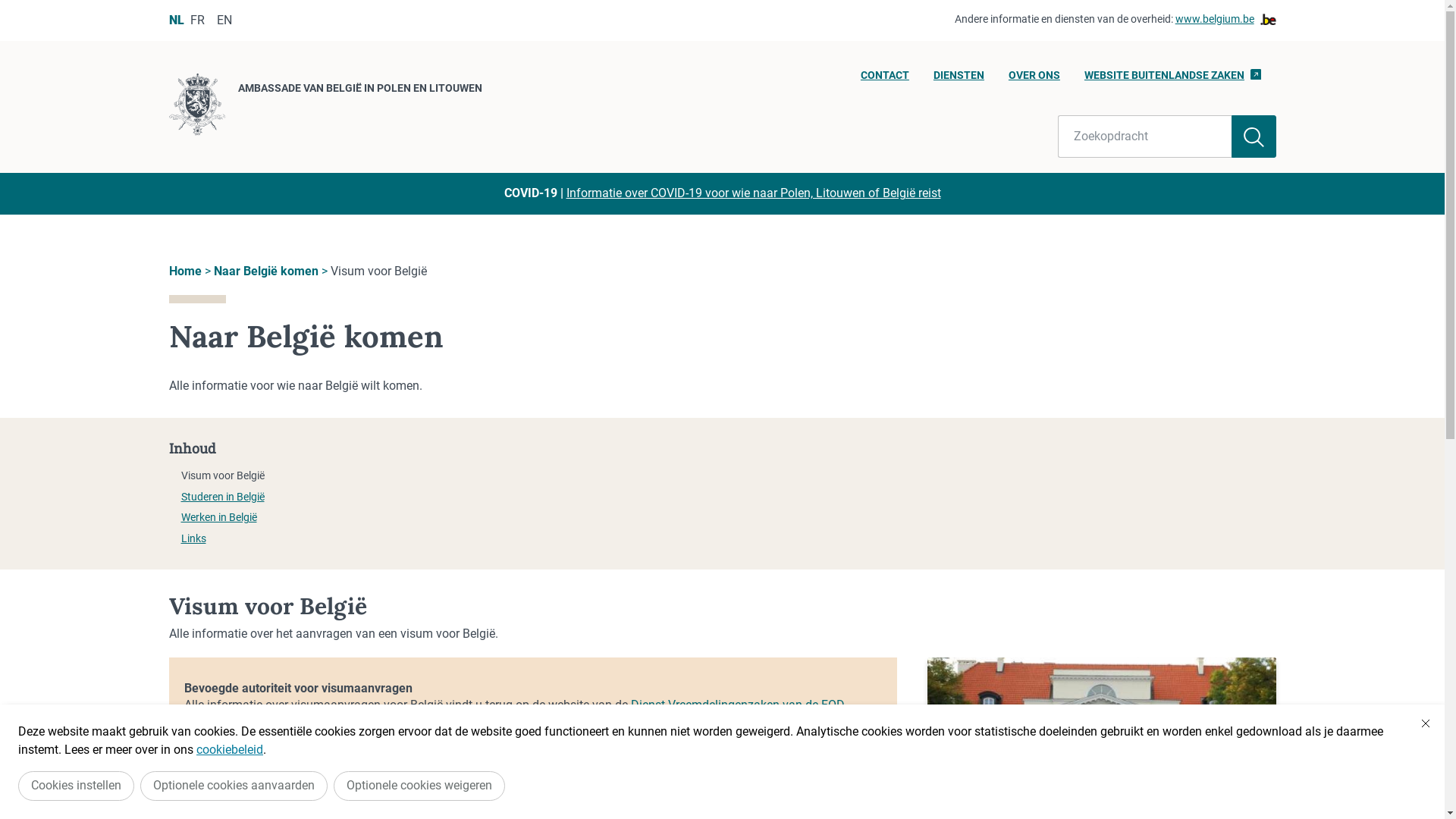 This screenshot has width=1456, height=819. What do you see at coordinates (75, 785) in the screenshot?
I see `'Cookies instellen'` at bounding box center [75, 785].